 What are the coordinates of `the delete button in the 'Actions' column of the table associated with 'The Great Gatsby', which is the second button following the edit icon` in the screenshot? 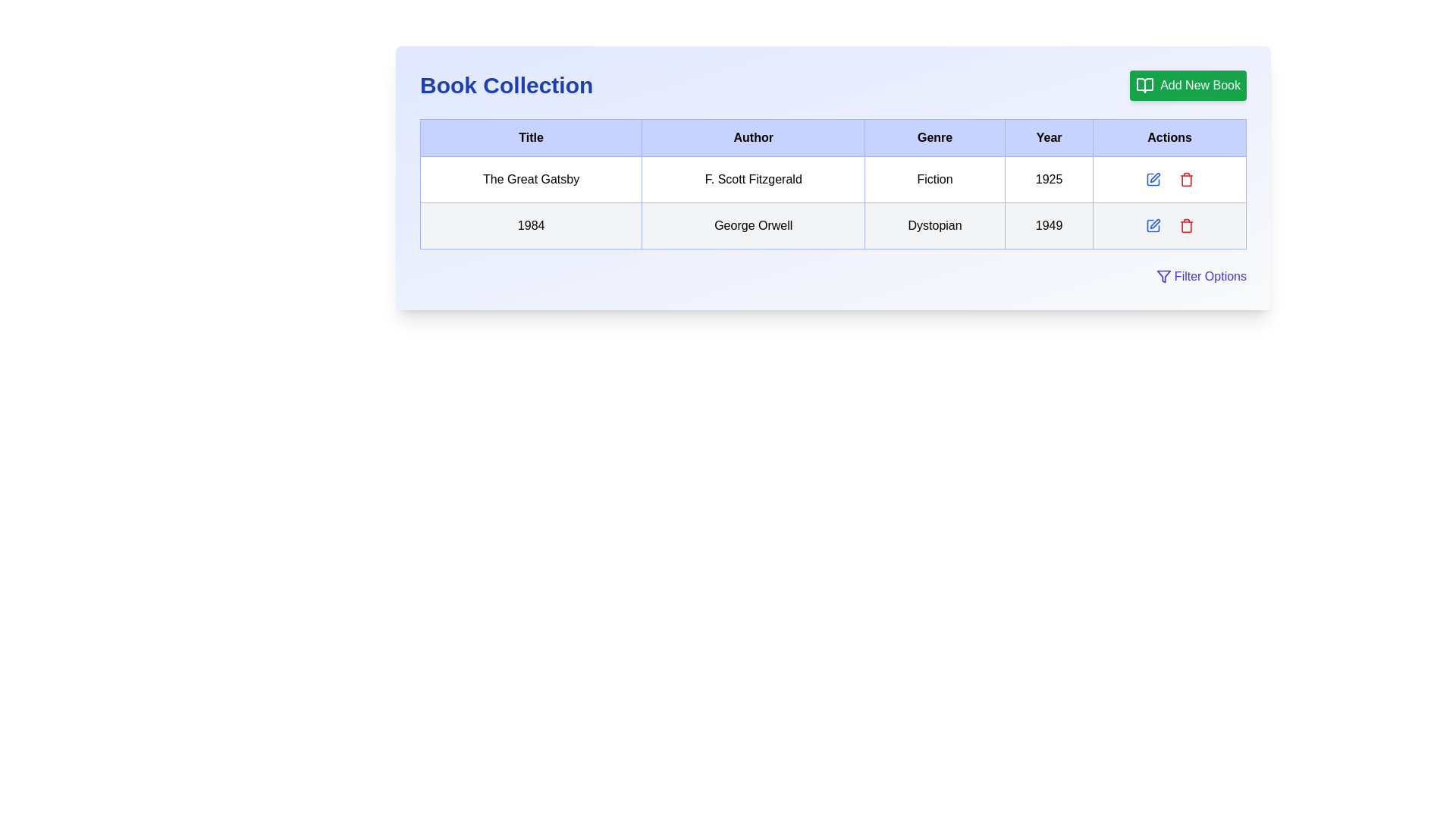 It's located at (1185, 178).